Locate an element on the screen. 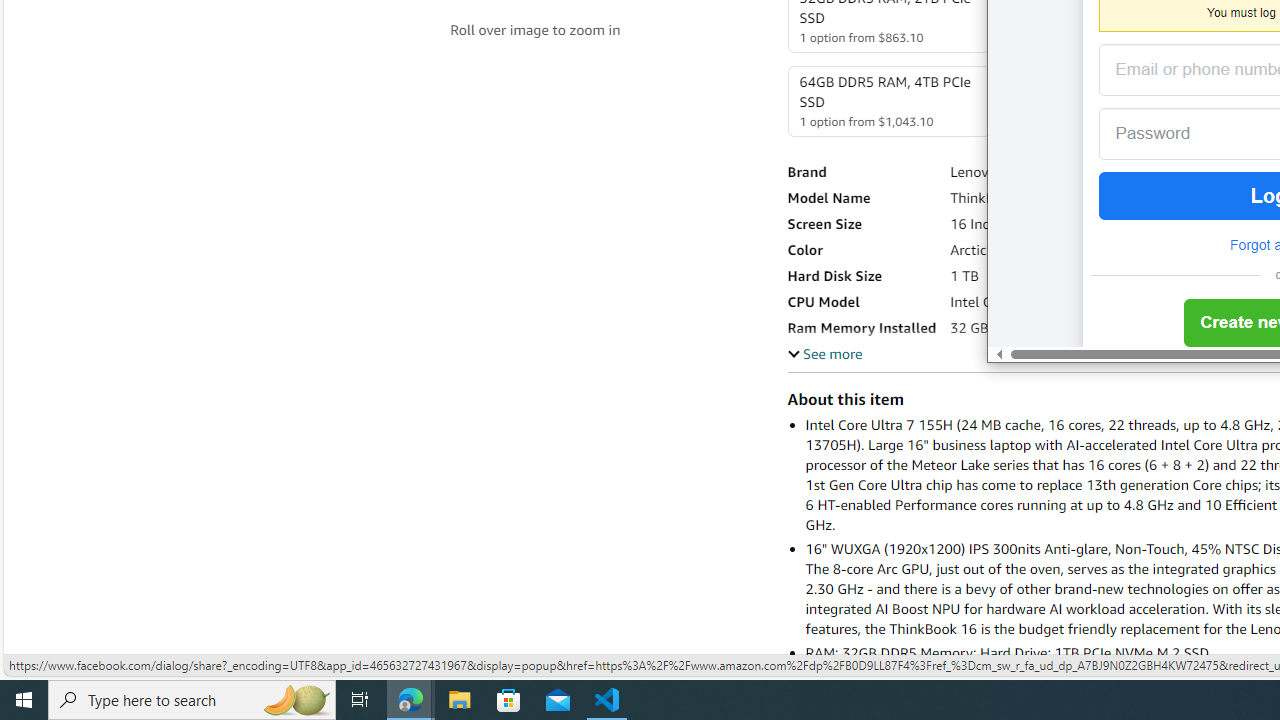  'Microsoft Edge - 2 running windows' is located at coordinates (410, 698).